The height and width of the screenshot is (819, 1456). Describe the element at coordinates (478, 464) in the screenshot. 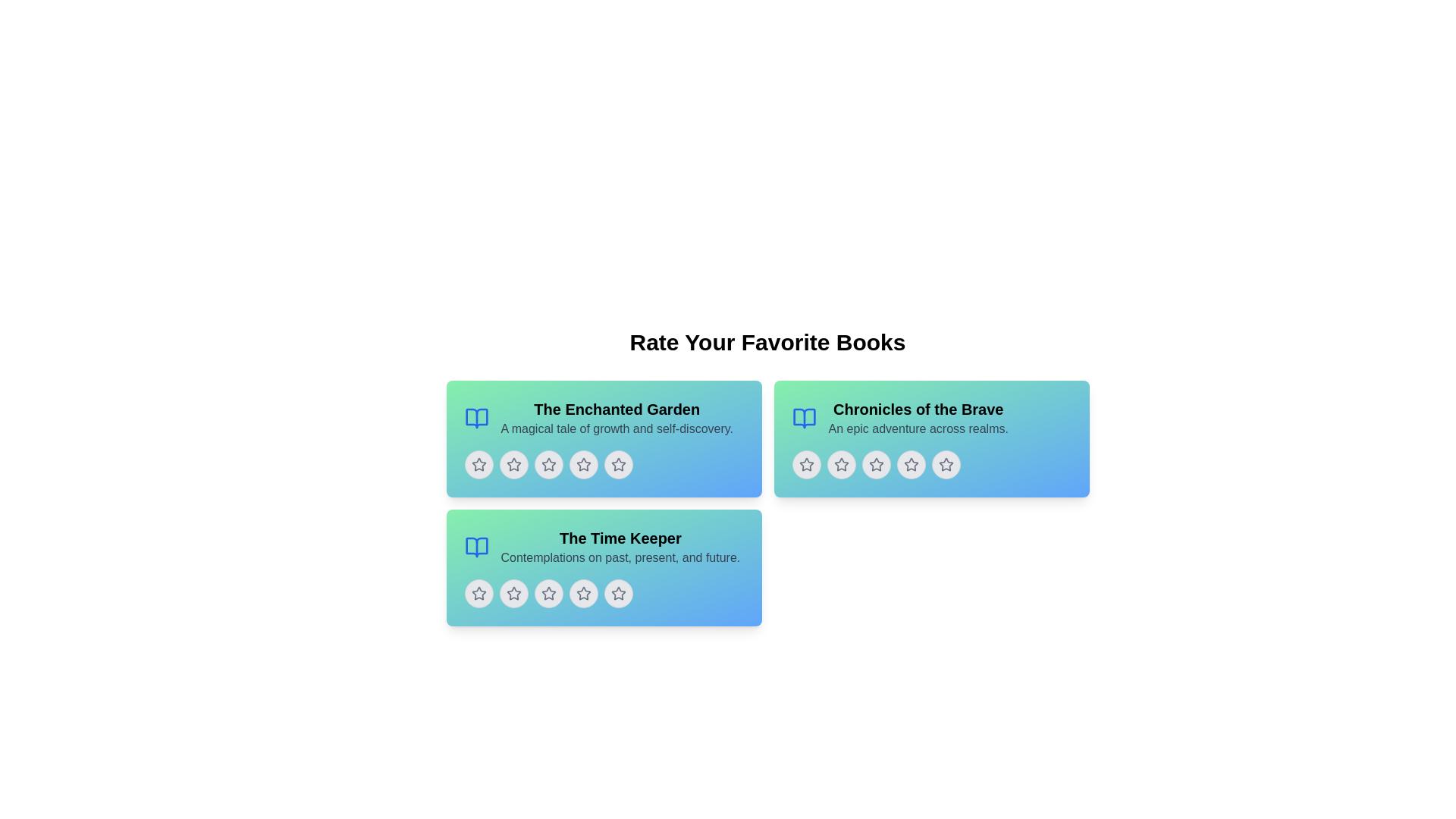

I see `the first rating star button for the book 'The Enchanted Garden'` at that location.